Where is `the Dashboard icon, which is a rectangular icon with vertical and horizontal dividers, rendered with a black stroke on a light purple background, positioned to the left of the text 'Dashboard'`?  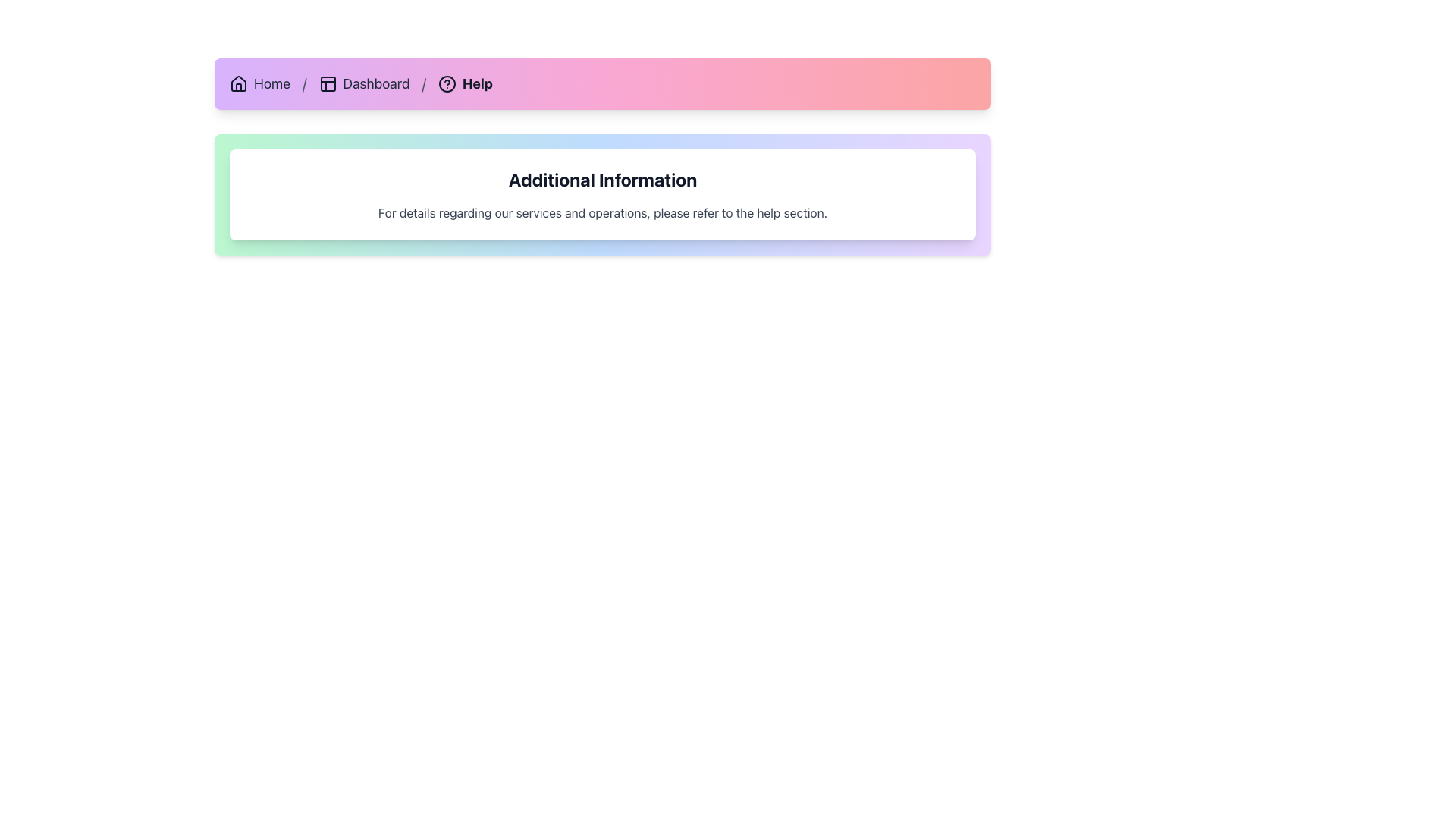
the Dashboard icon, which is a rectangular icon with vertical and horizontal dividers, rendered with a black stroke on a light purple background, positioned to the left of the text 'Dashboard' is located at coordinates (327, 84).